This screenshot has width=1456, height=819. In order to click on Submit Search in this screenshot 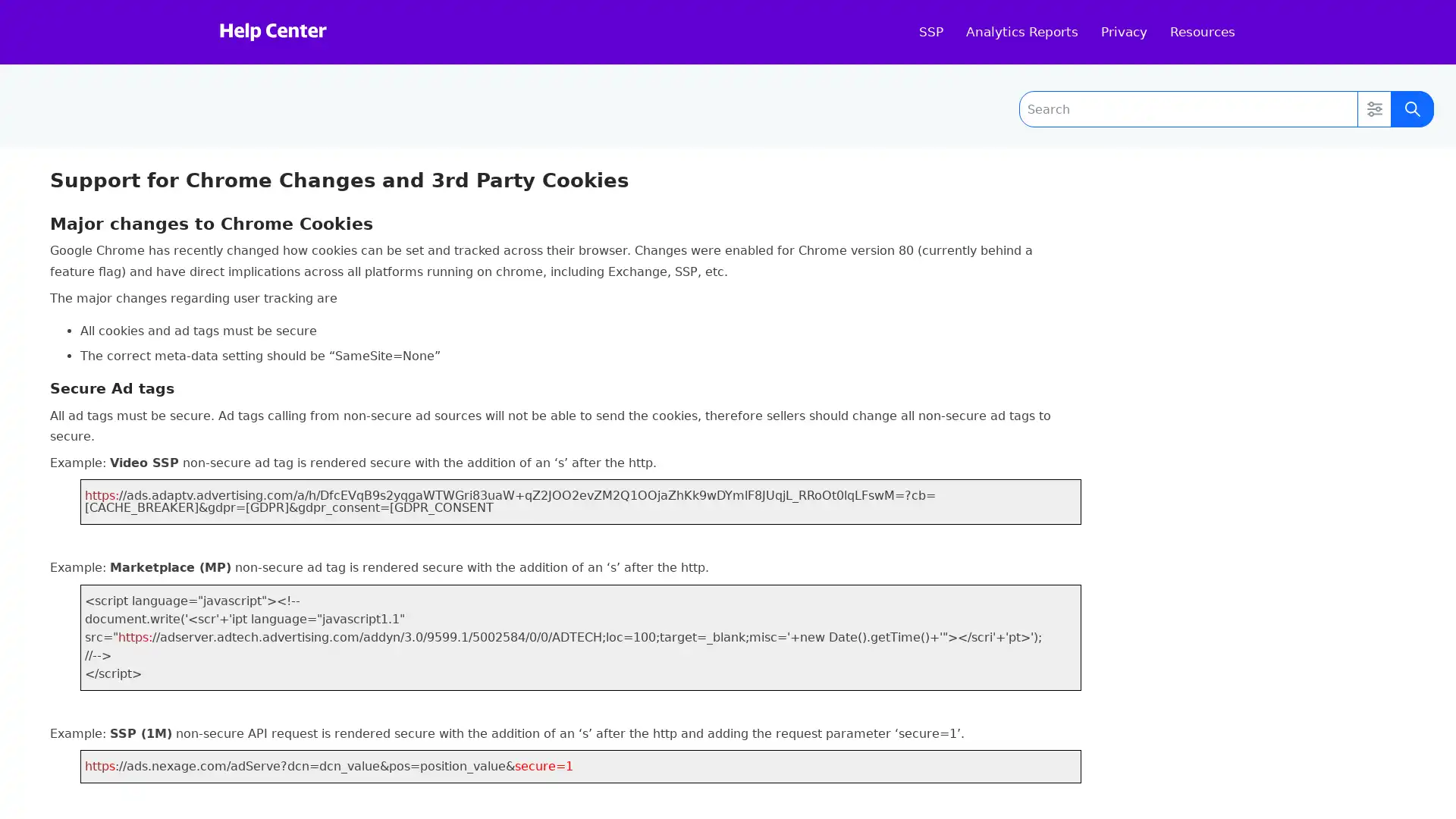, I will do `click(1411, 108)`.